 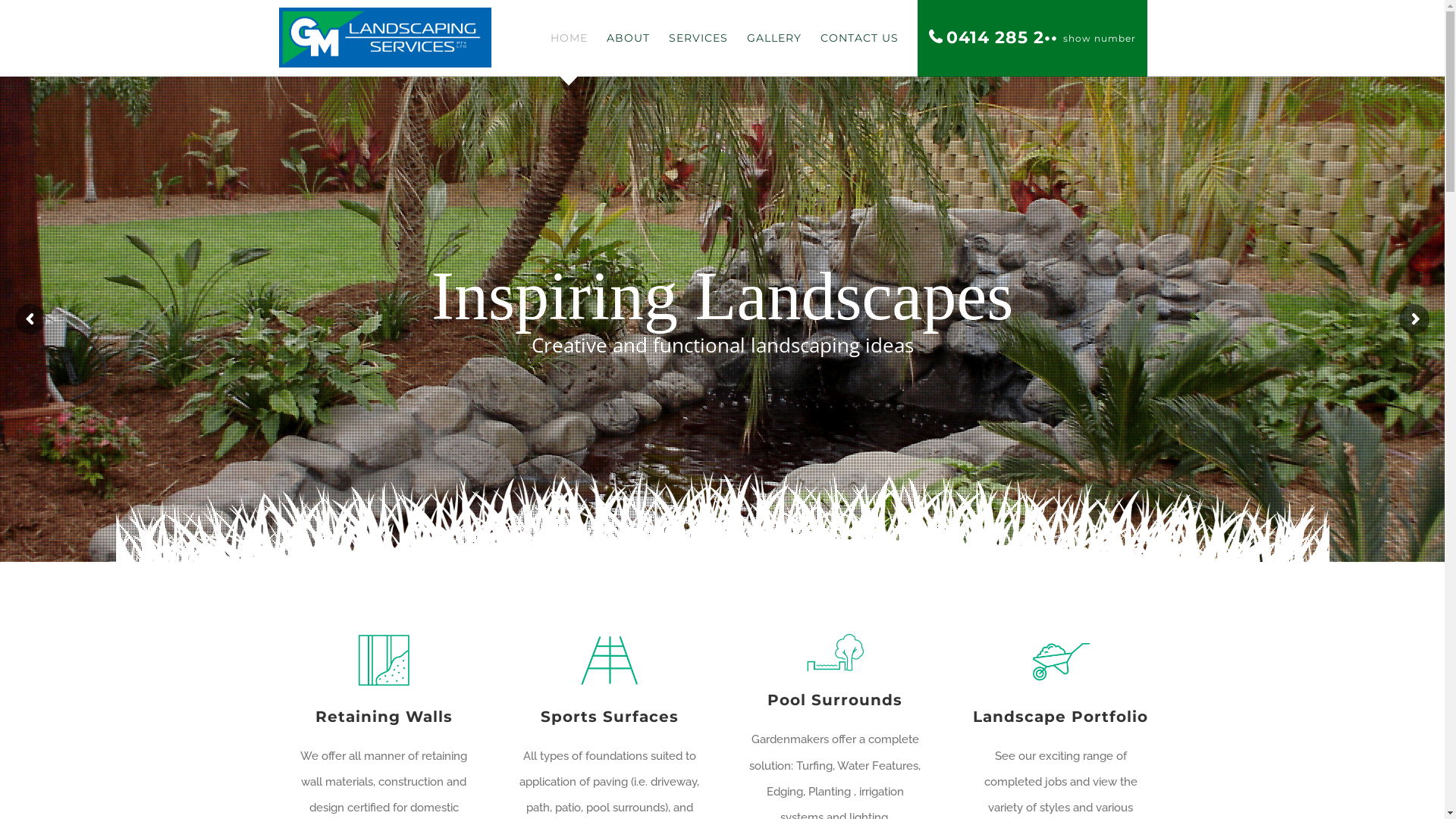 What do you see at coordinates (1059, 660) in the screenshot?
I see `'portfolio_icon_col'` at bounding box center [1059, 660].